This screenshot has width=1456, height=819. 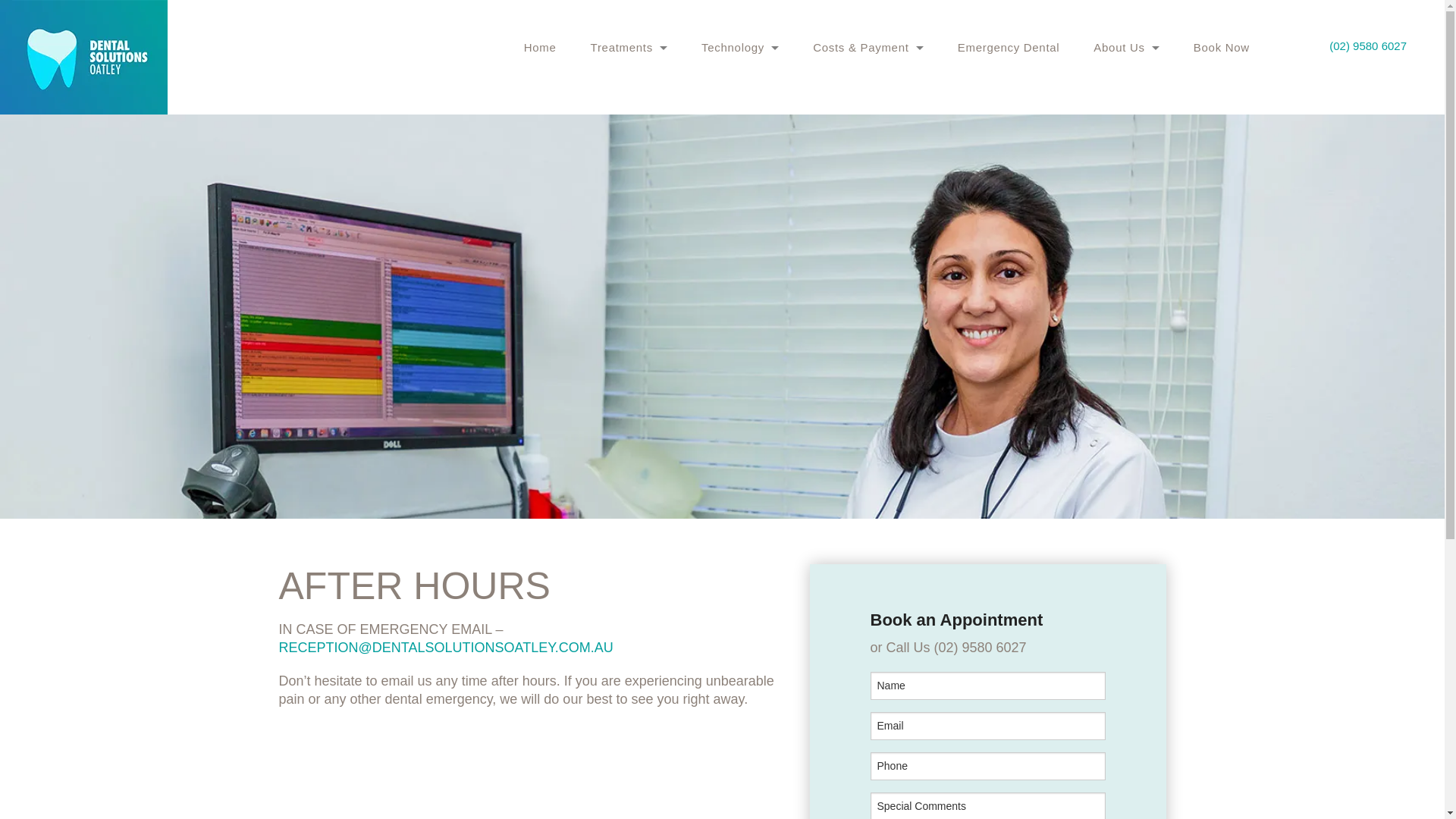 What do you see at coordinates (625, 86) in the screenshot?
I see `'Anxiety at the dentist'` at bounding box center [625, 86].